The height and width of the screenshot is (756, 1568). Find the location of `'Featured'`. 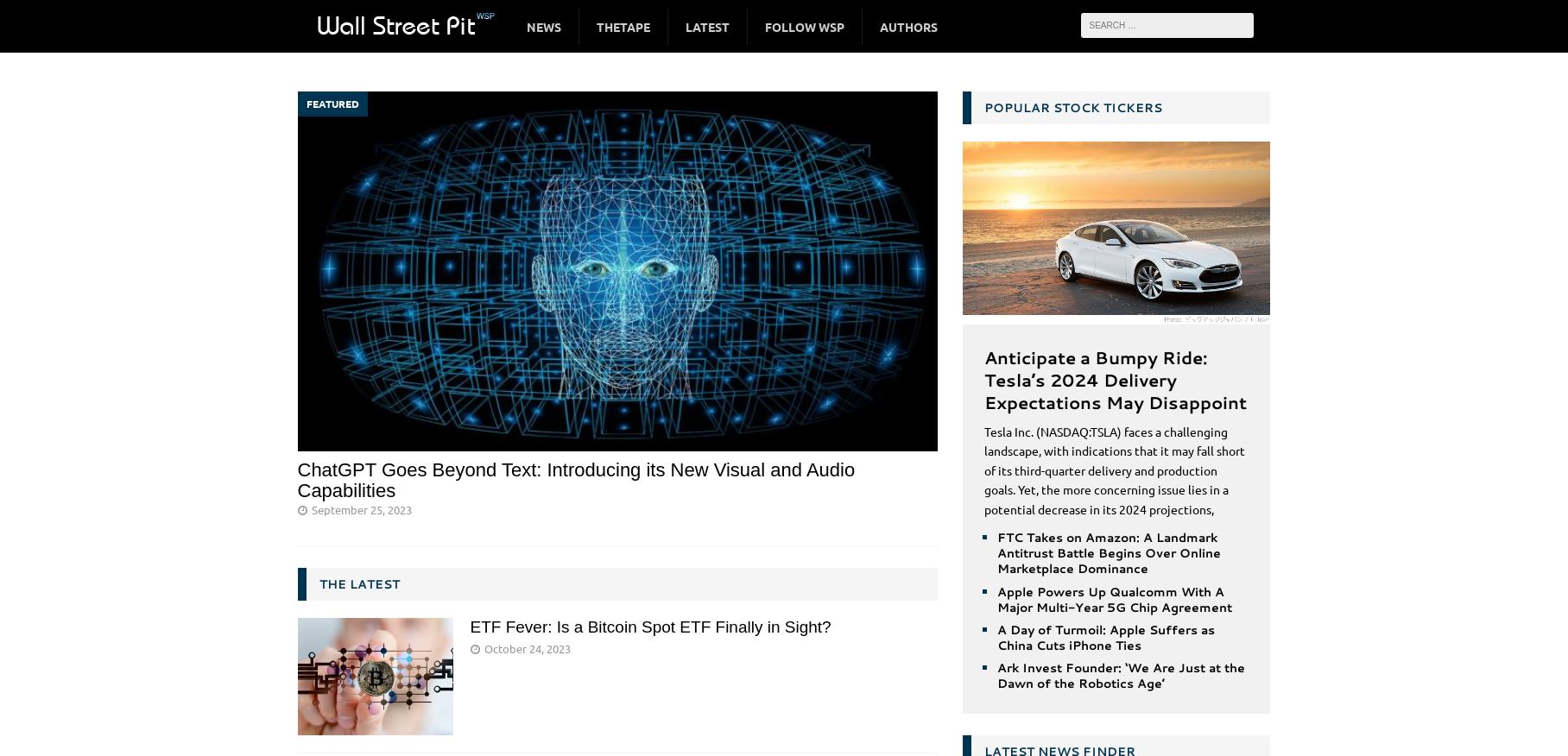

'Featured' is located at coordinates (331, 103).